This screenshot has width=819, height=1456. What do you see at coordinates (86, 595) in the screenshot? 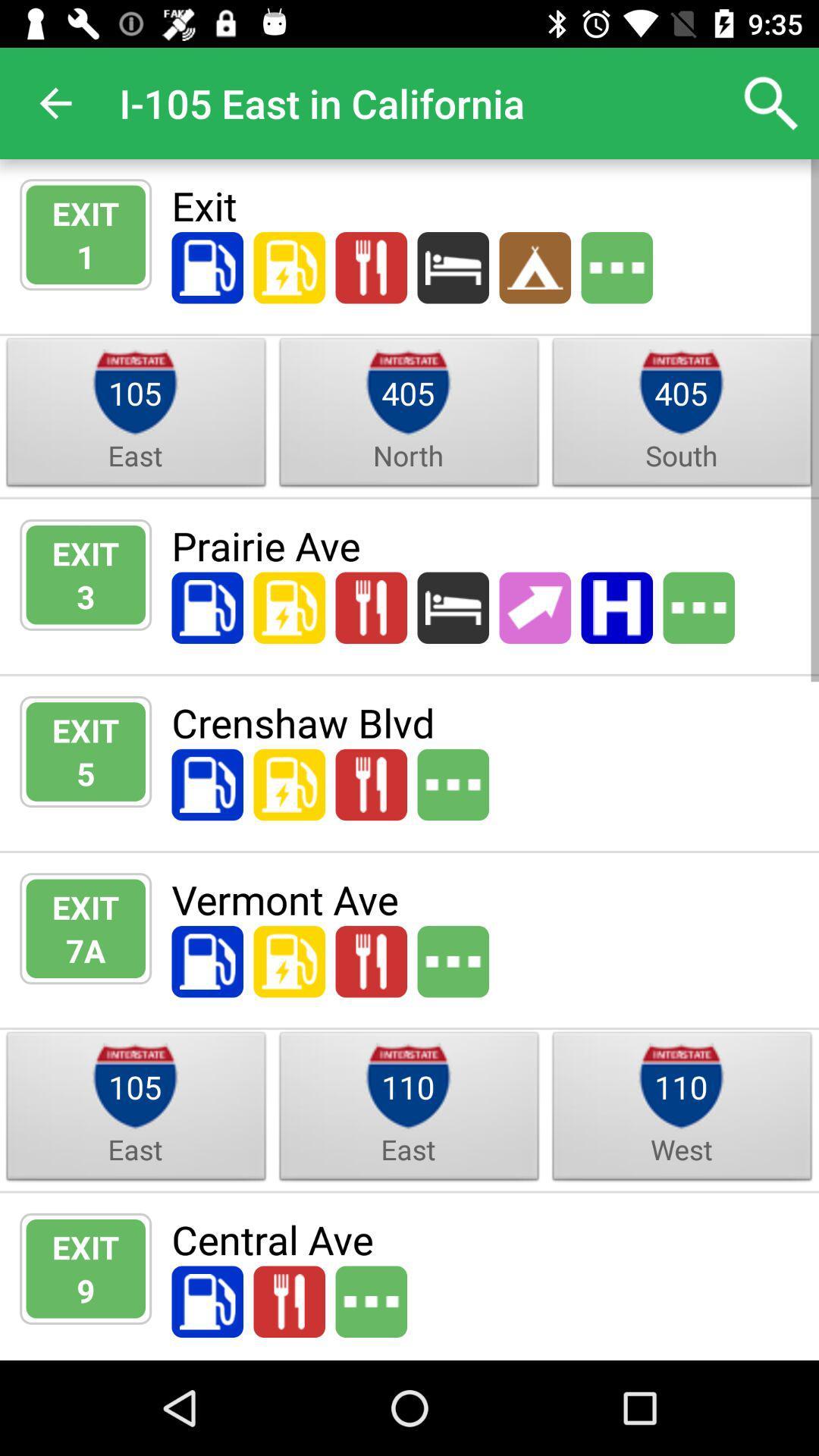
I see `item below exit icon` at bounding box center [86, 595].